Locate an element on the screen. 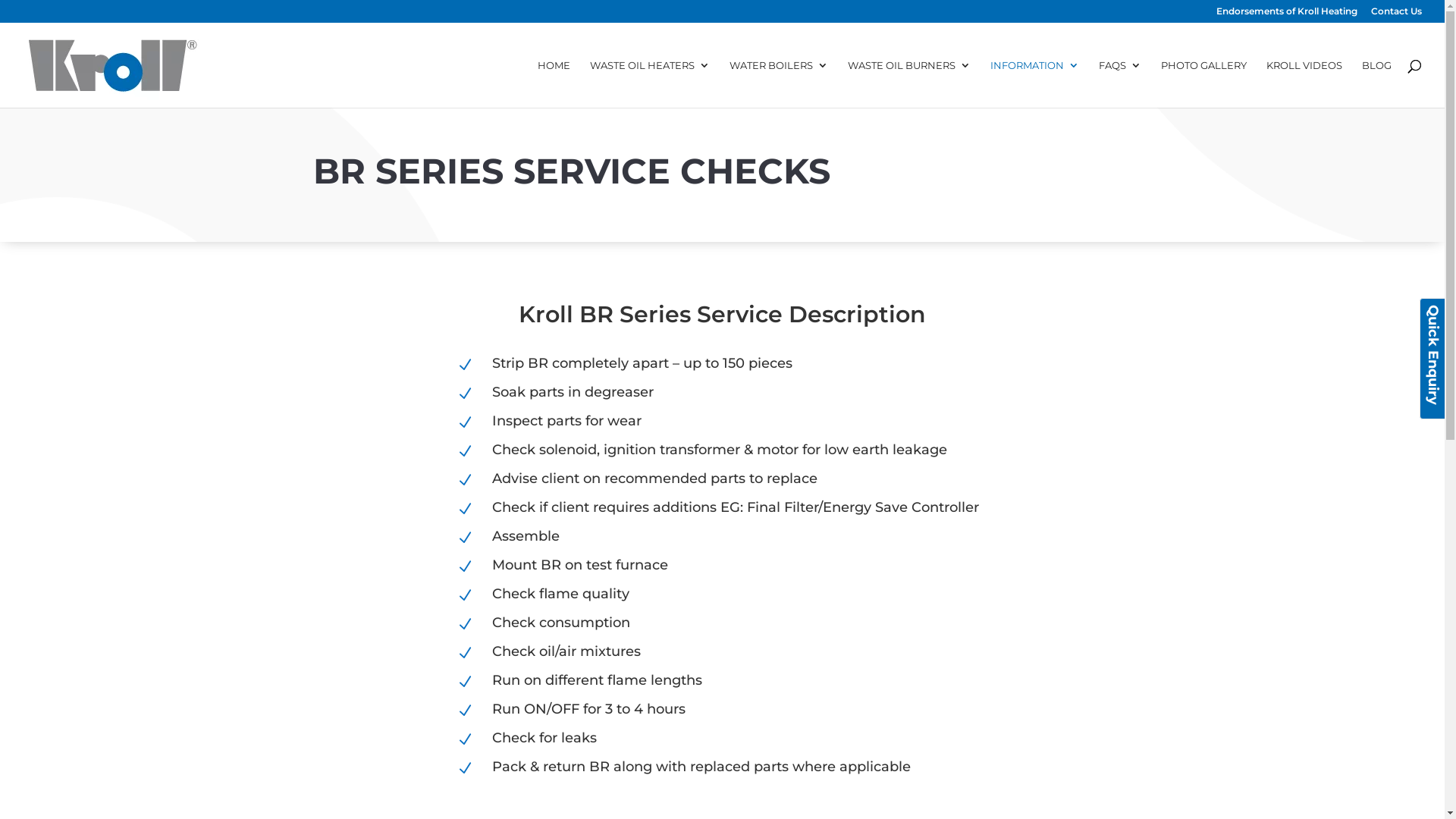 The width and height of the screenshot is (1456, 819). 'WASTE OIL HEATERS' is located at coordinates (588, 83).